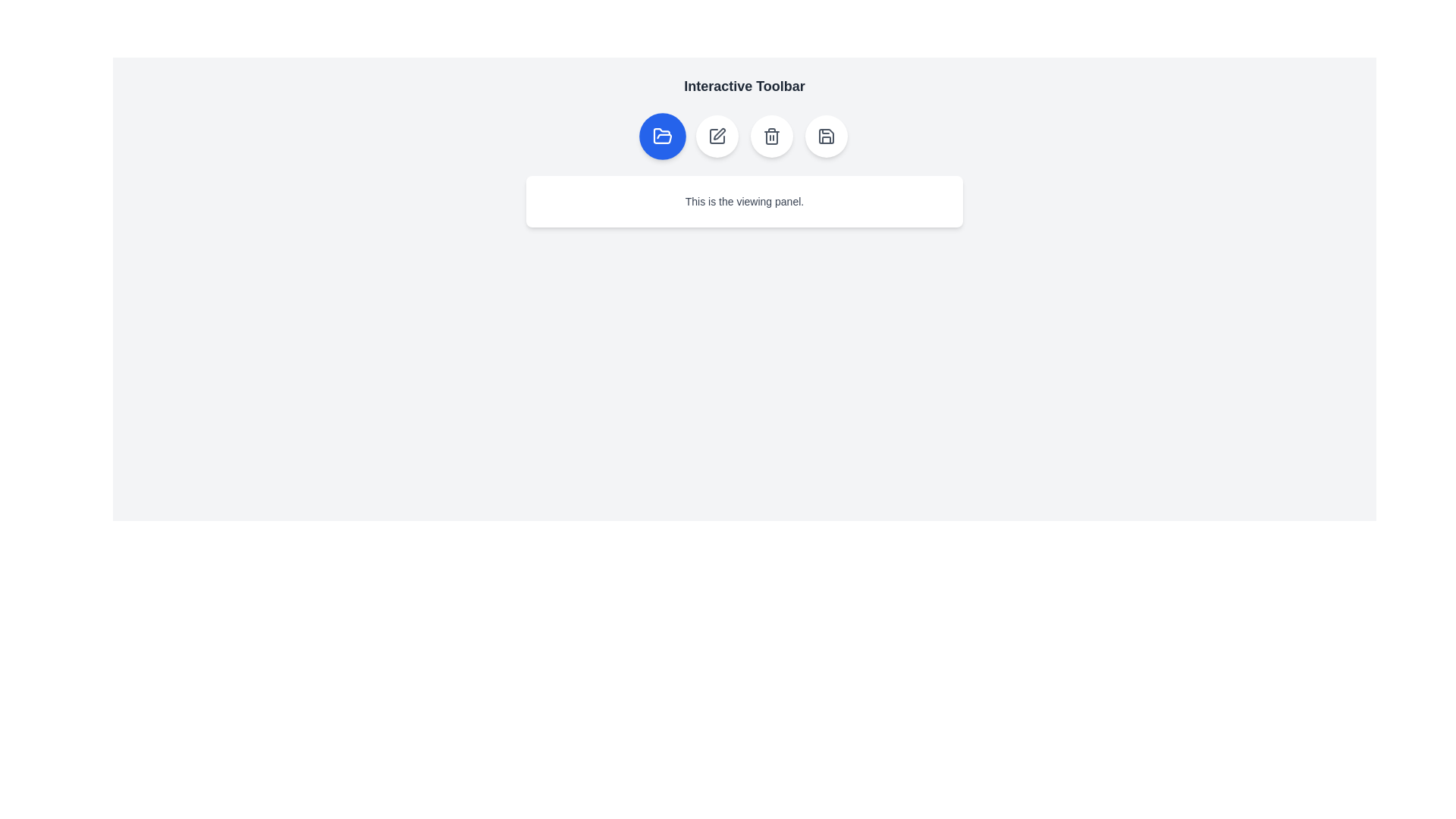 The image size is (1456, 819). I want to click on the open folder icon button with a blue background located on the top toolbar, so click(662, 136).